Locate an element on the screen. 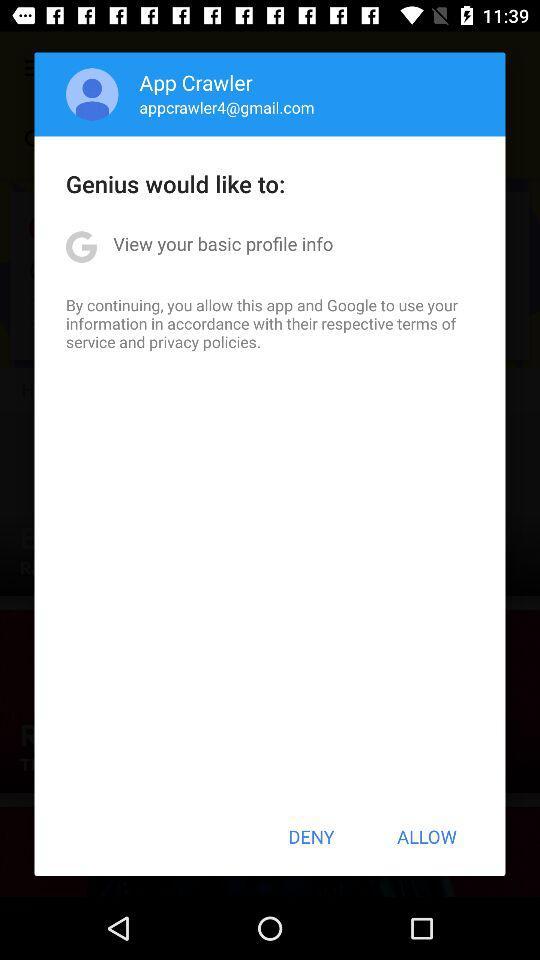 The height and width of the screenshot is (960, 540). the app crawler icon is located at coordinates (196, 82).